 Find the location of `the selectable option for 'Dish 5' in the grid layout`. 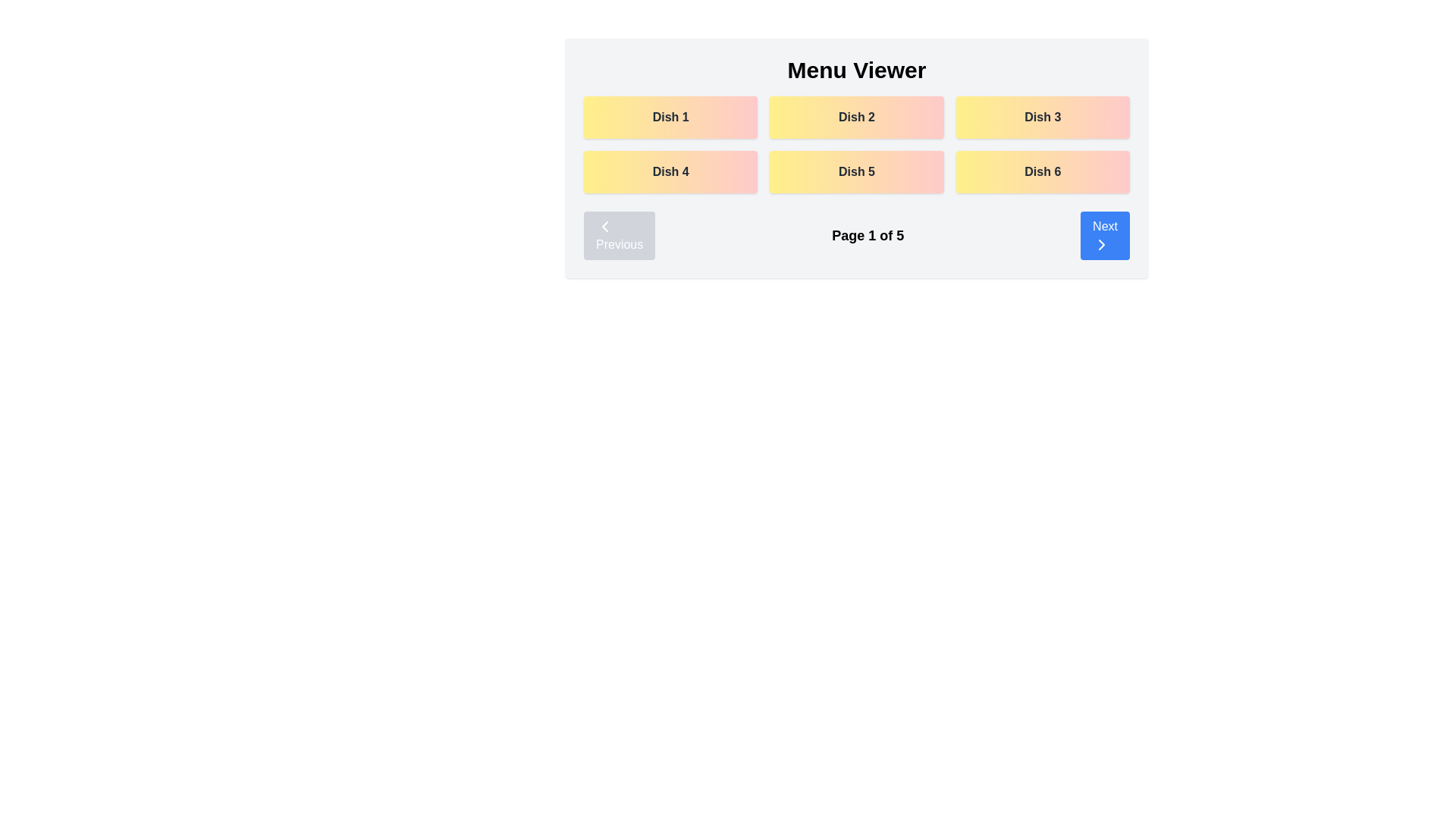

the selectable option for 'Dish 5' in the grid layout is located at coordinates (856, 158).